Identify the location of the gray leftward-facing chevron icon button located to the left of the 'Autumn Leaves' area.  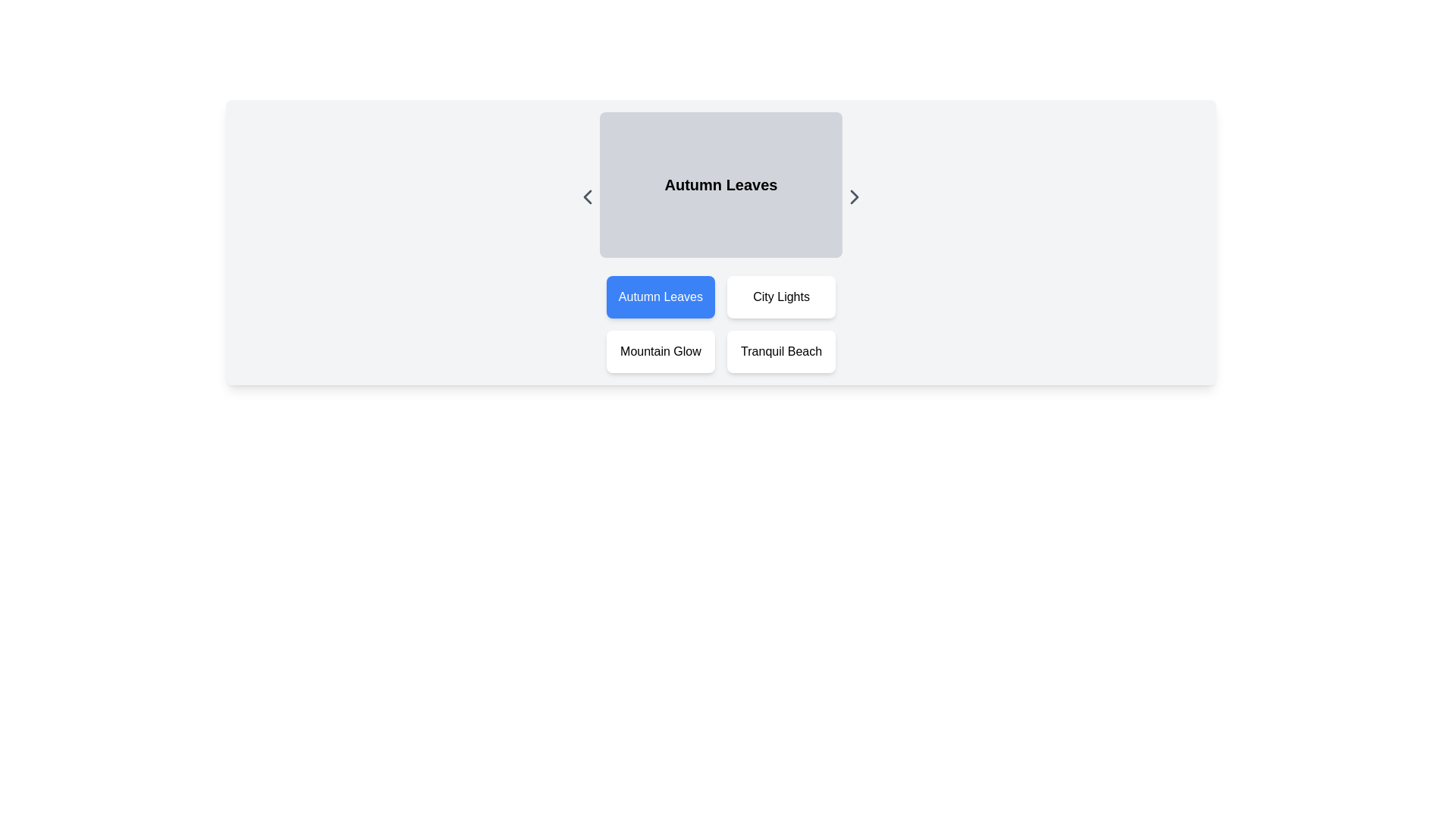
(586, 196).